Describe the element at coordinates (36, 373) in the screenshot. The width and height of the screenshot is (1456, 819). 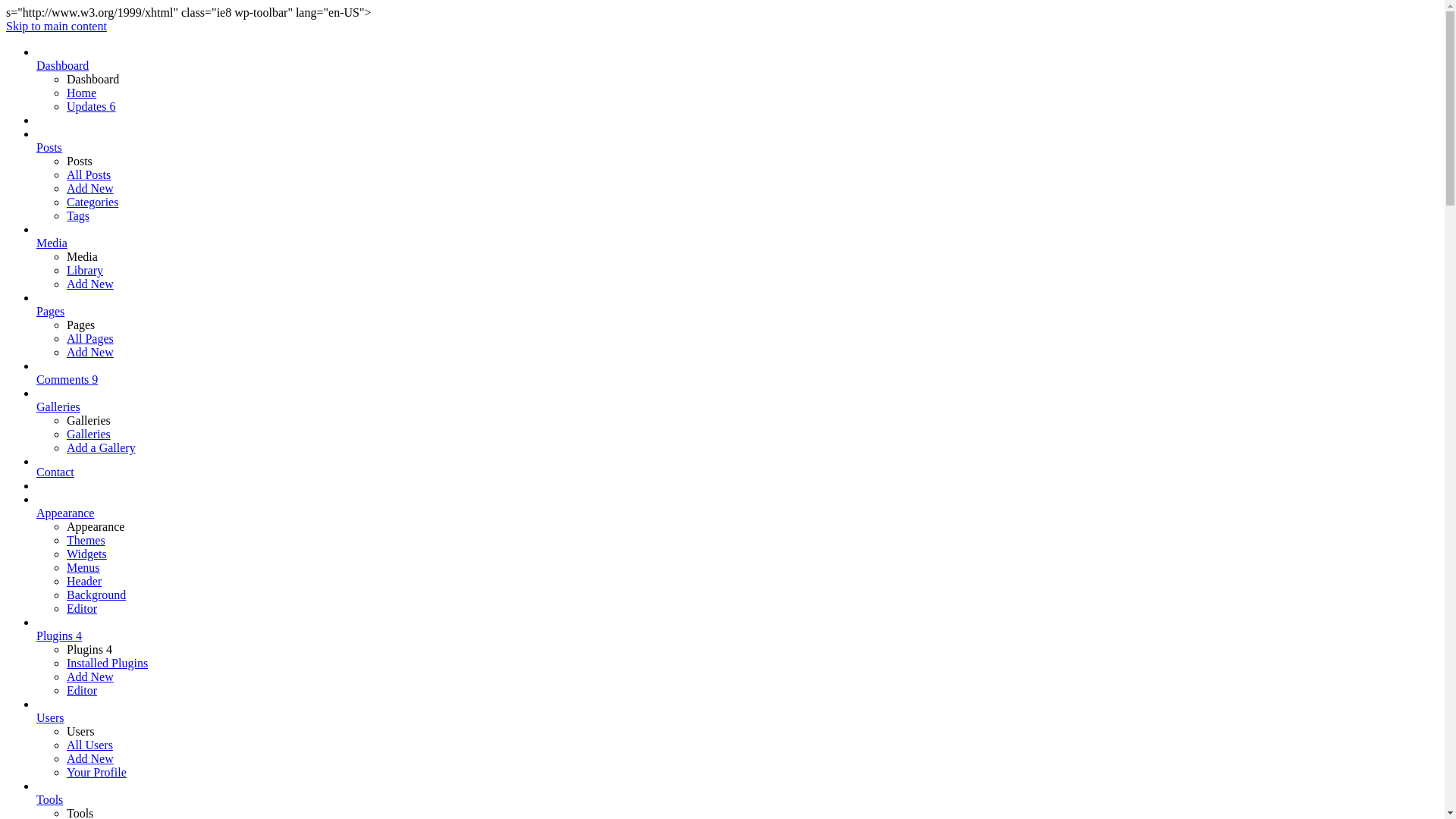
I see `'Comments 9'` at that location.